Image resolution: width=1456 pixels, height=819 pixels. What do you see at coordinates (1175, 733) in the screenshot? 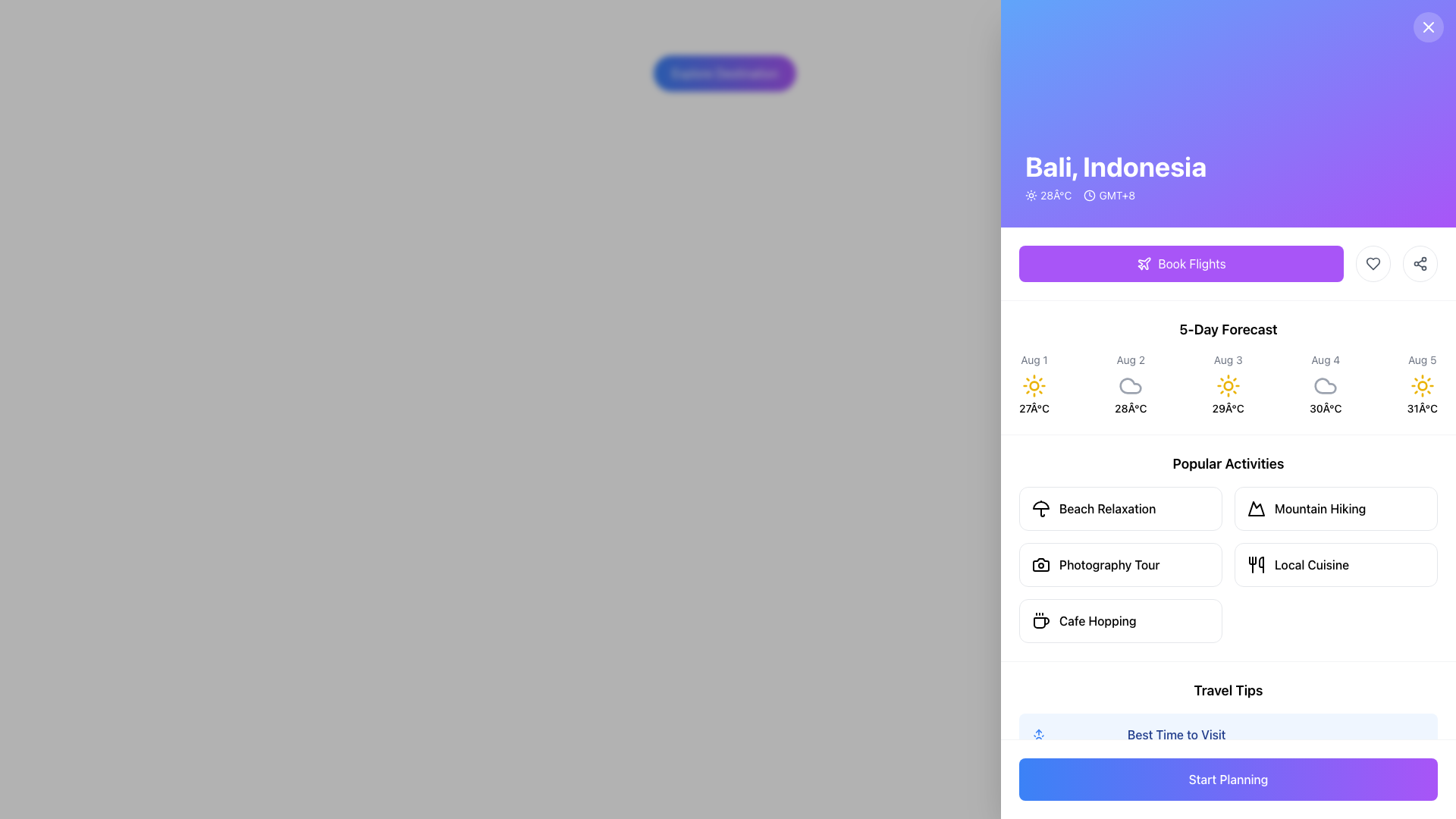
I see `the static text heading that introduces the section about the best times to visit a specific location, labeled 'Best Time to Visit', located near the bottom of the travel information page` at bounding box center [1175, 733].